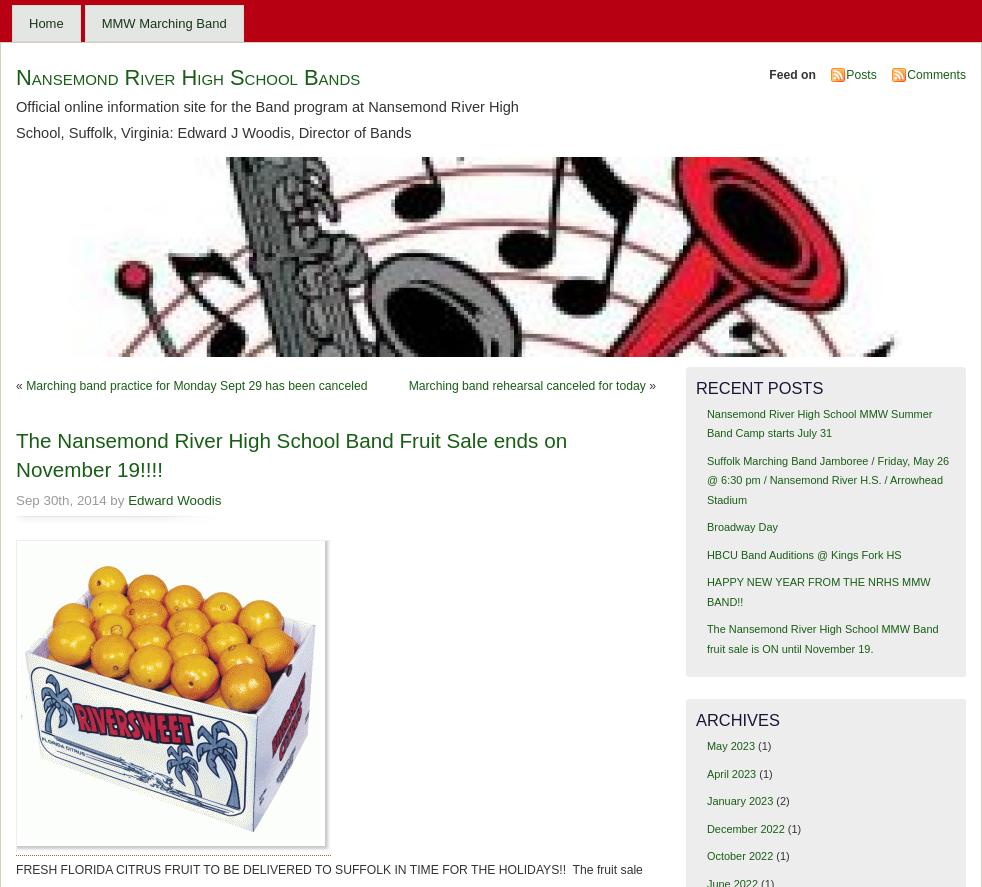 Image resolution: width=982 pixels, height=887 pixels. Describe the element at coordinates (70, 499) in the screenshot. I see `'Sep 30th, 2014 by'` at that location.